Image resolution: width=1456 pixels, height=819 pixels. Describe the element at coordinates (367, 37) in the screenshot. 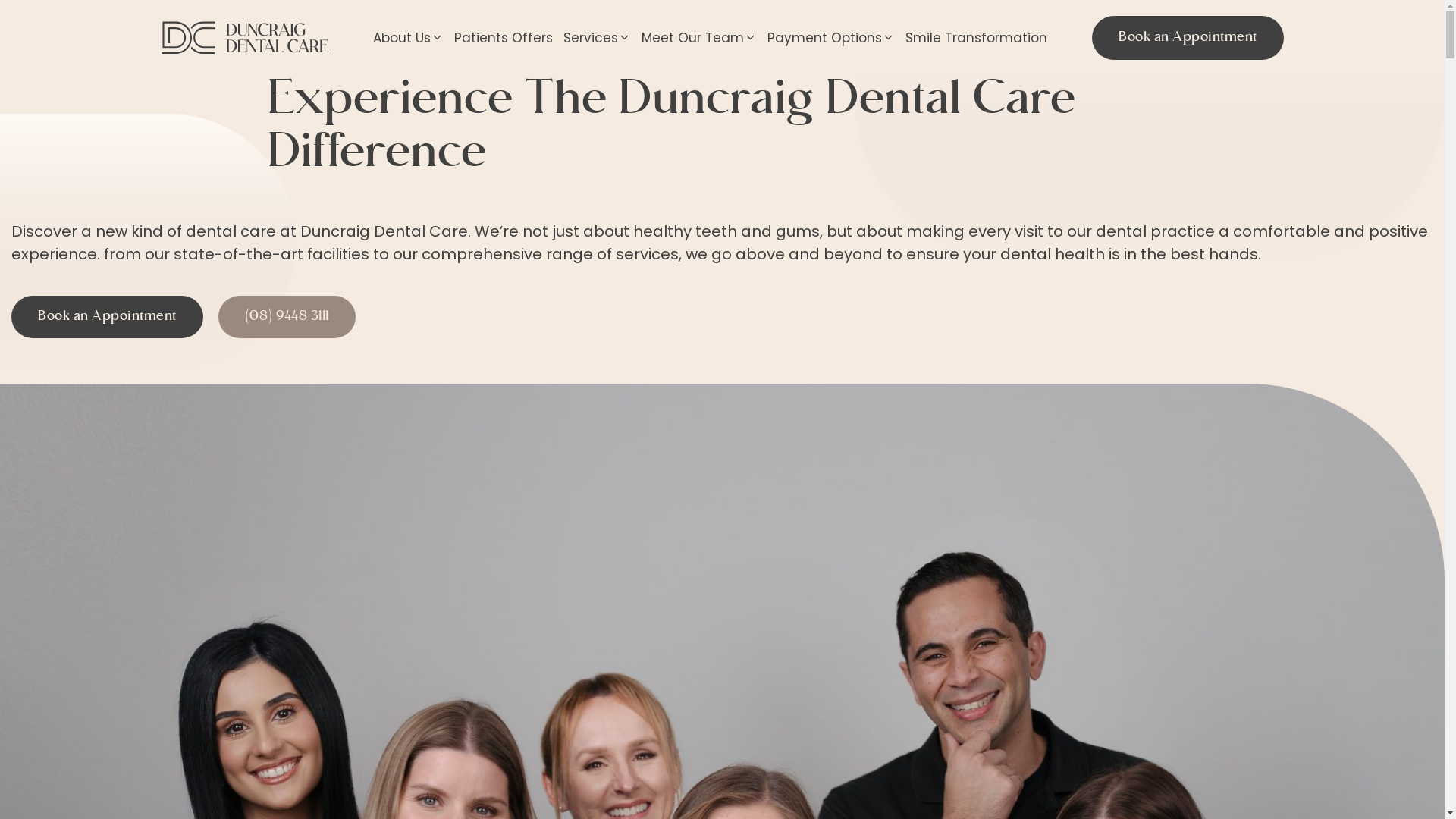

I see `'About Us'` at that location.